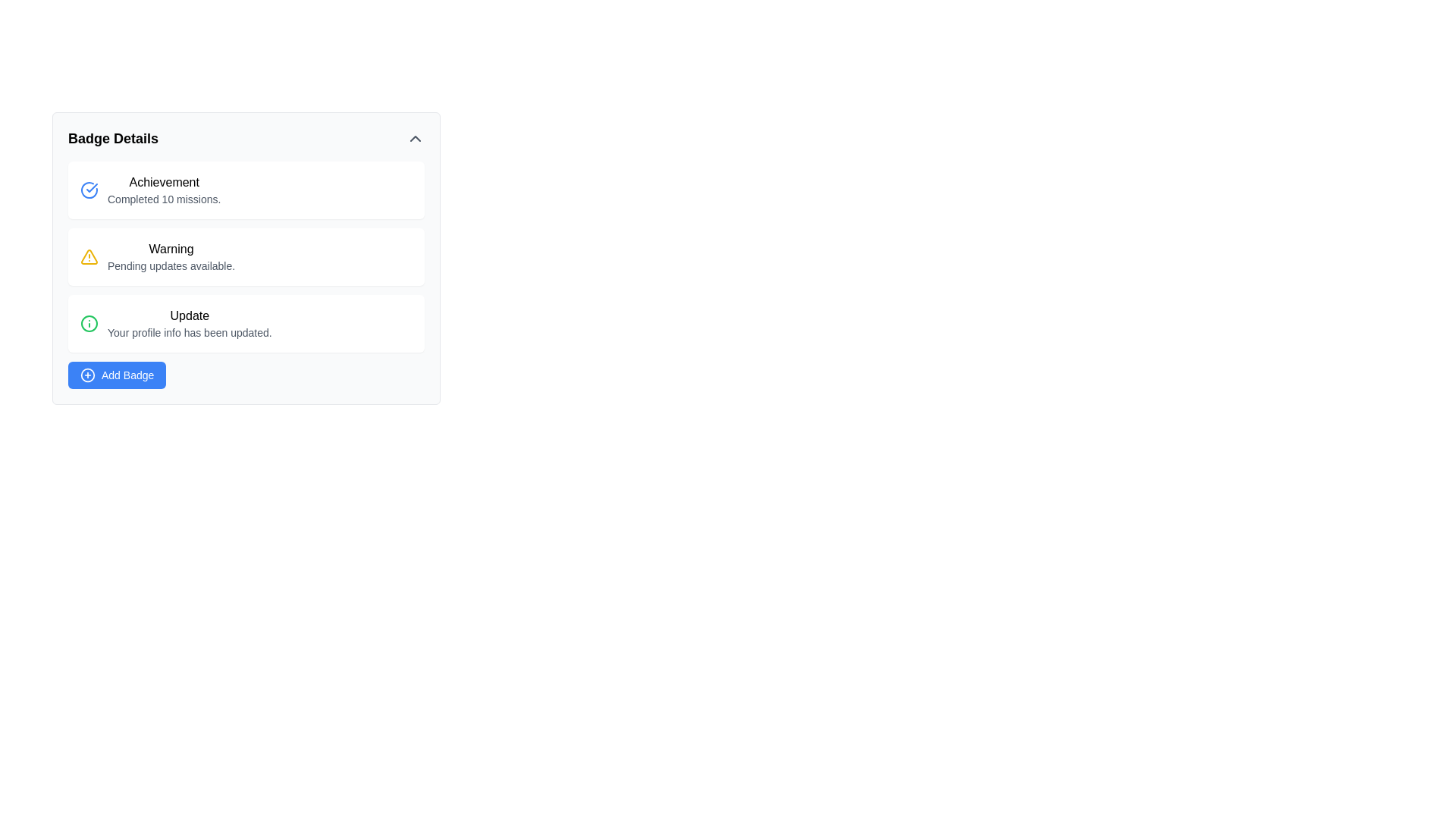 This screenshot has height=819, width=1456. What do you see at coordinates (189, 323) in the screenshot?
I see `the informational message indicating a successful profile update within the 'Badge Details' card, located in the third section of the vertical list` at bounding box center [189, 323].